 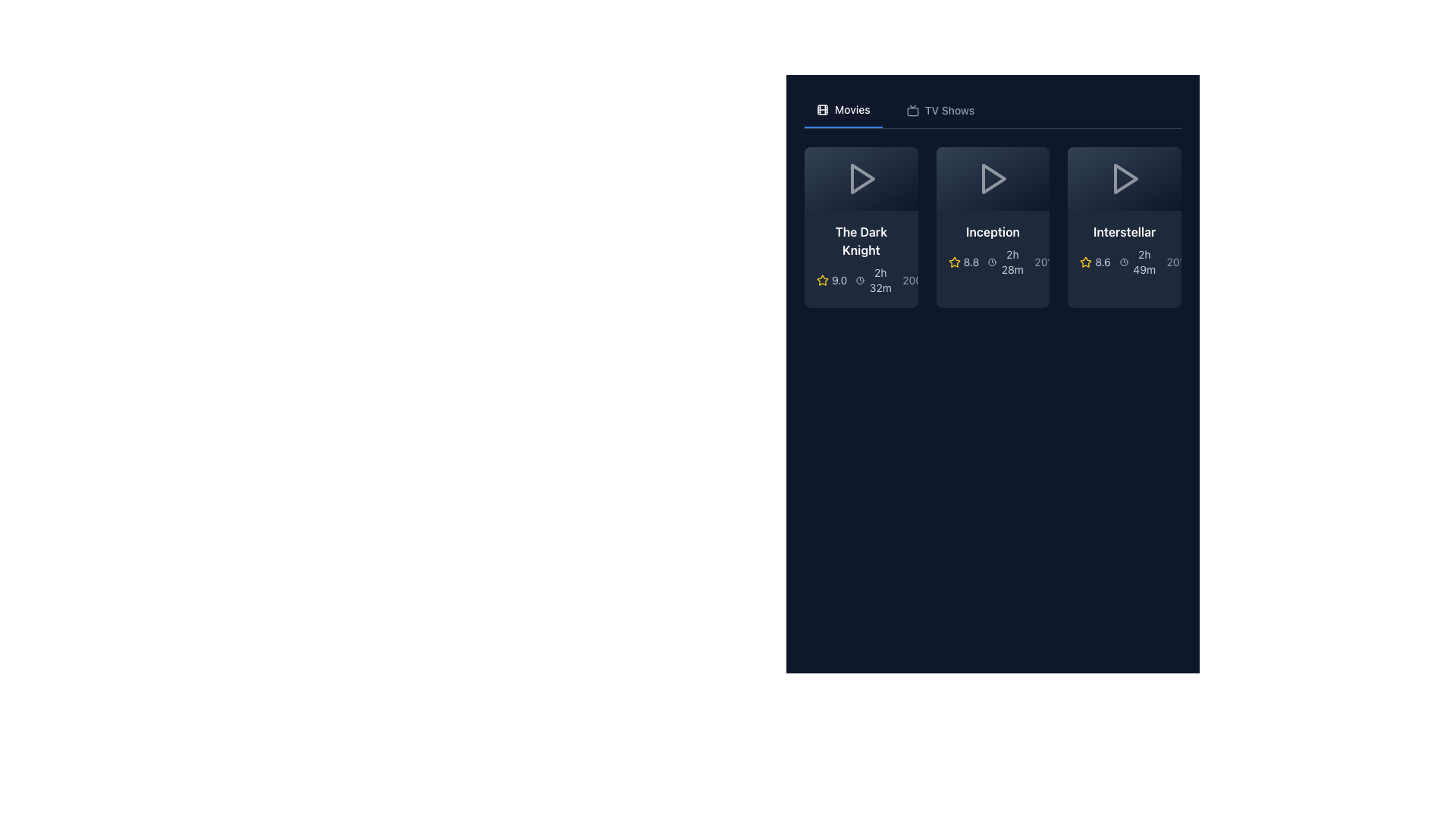 I want to click on the rating icon located in the top-right card of the grid layout, positioned to the left of the numeric rating value '8.6', so click(x=1085, y=262).